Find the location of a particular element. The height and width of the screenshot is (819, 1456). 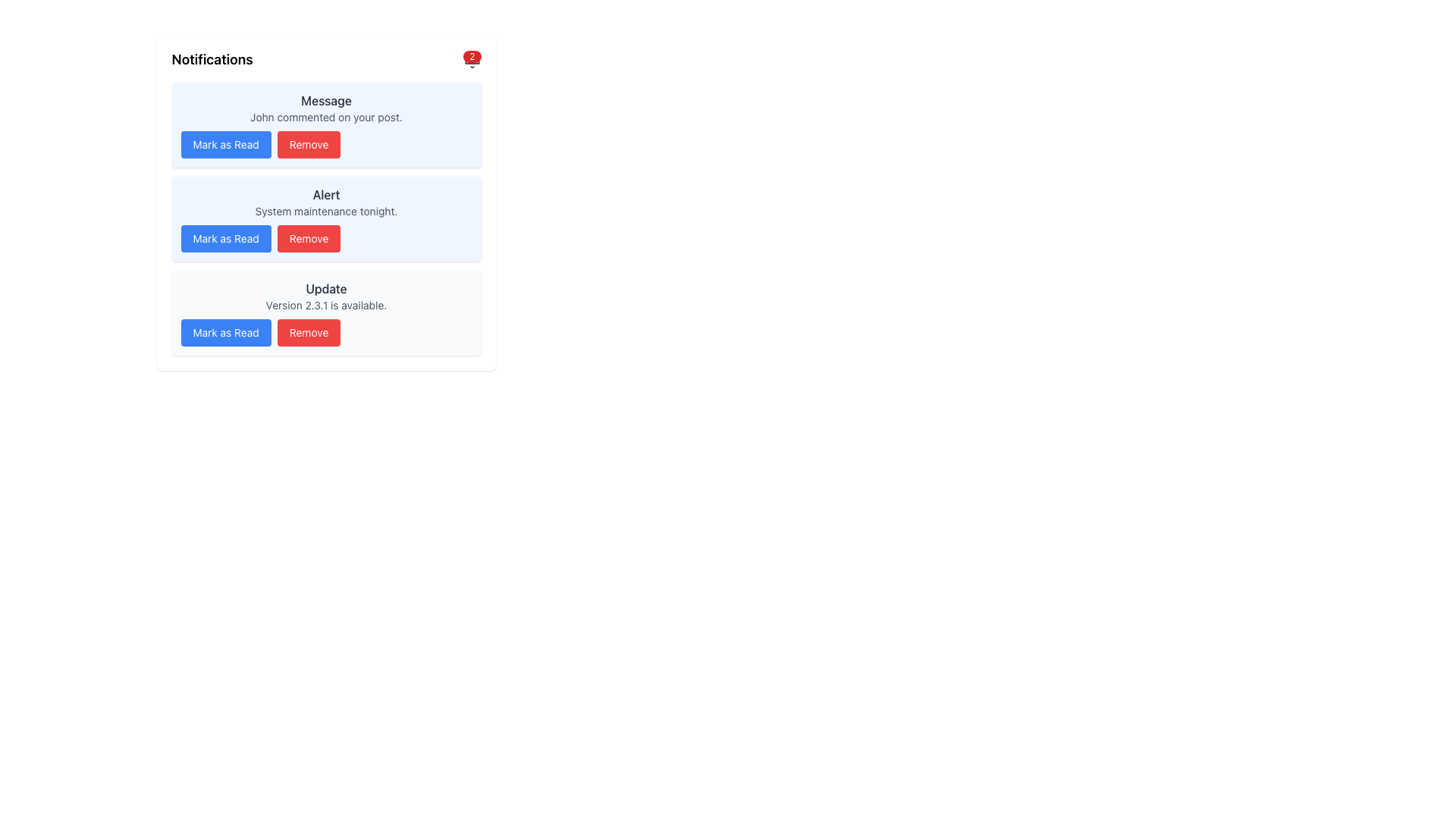

the 'Mark as Read' button, which is a blue rectangular button with rounded corners located in the third notification card titled 'Update' is located at coordinates (225, 332).